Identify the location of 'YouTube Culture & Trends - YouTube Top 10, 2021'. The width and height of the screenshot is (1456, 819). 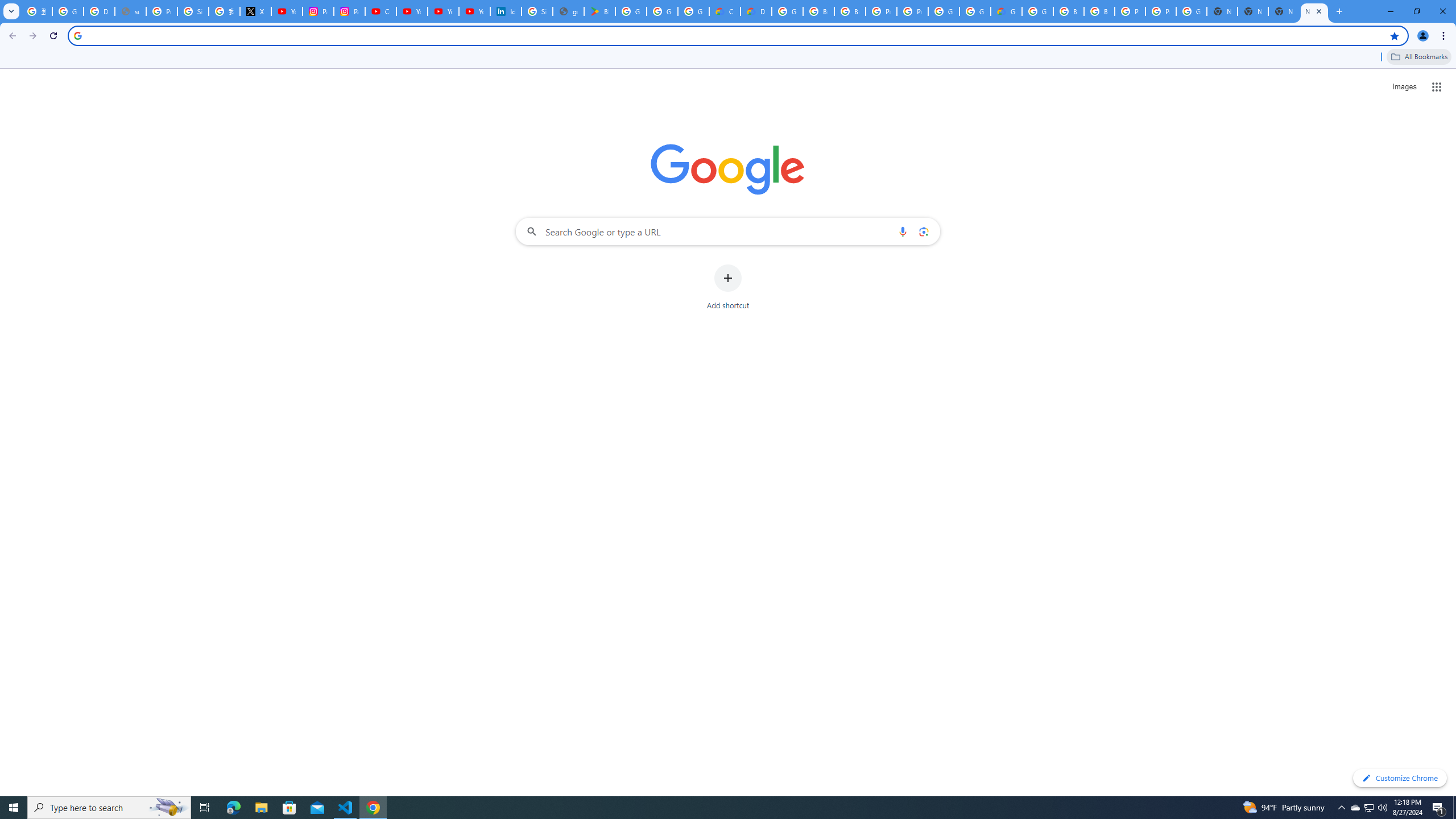
(442, 11).